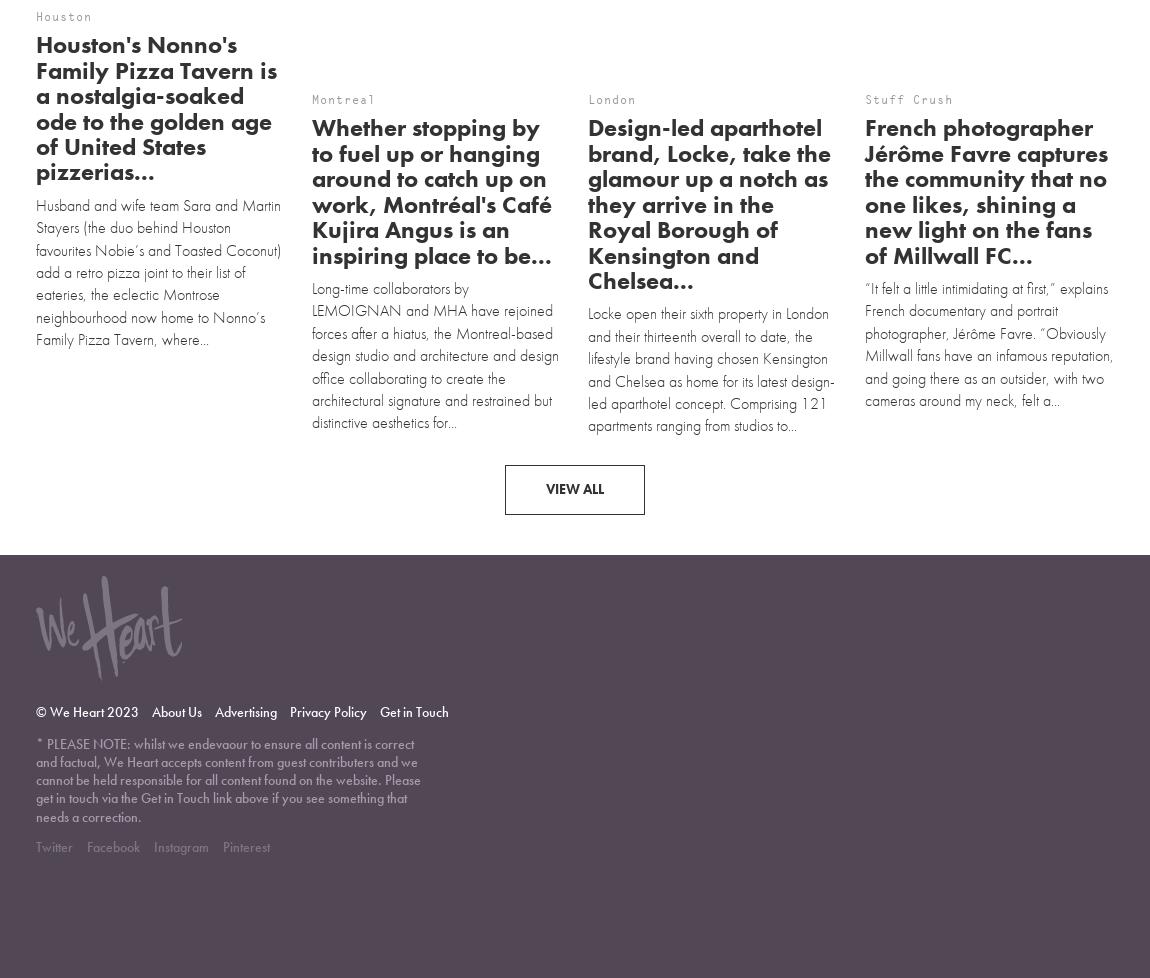 This screenshot has width=1150, height=978. What do you see at coordinates (863, 15) in the screenshot?
I see `'Stuff Crush'` at bounding box center [863, 15].